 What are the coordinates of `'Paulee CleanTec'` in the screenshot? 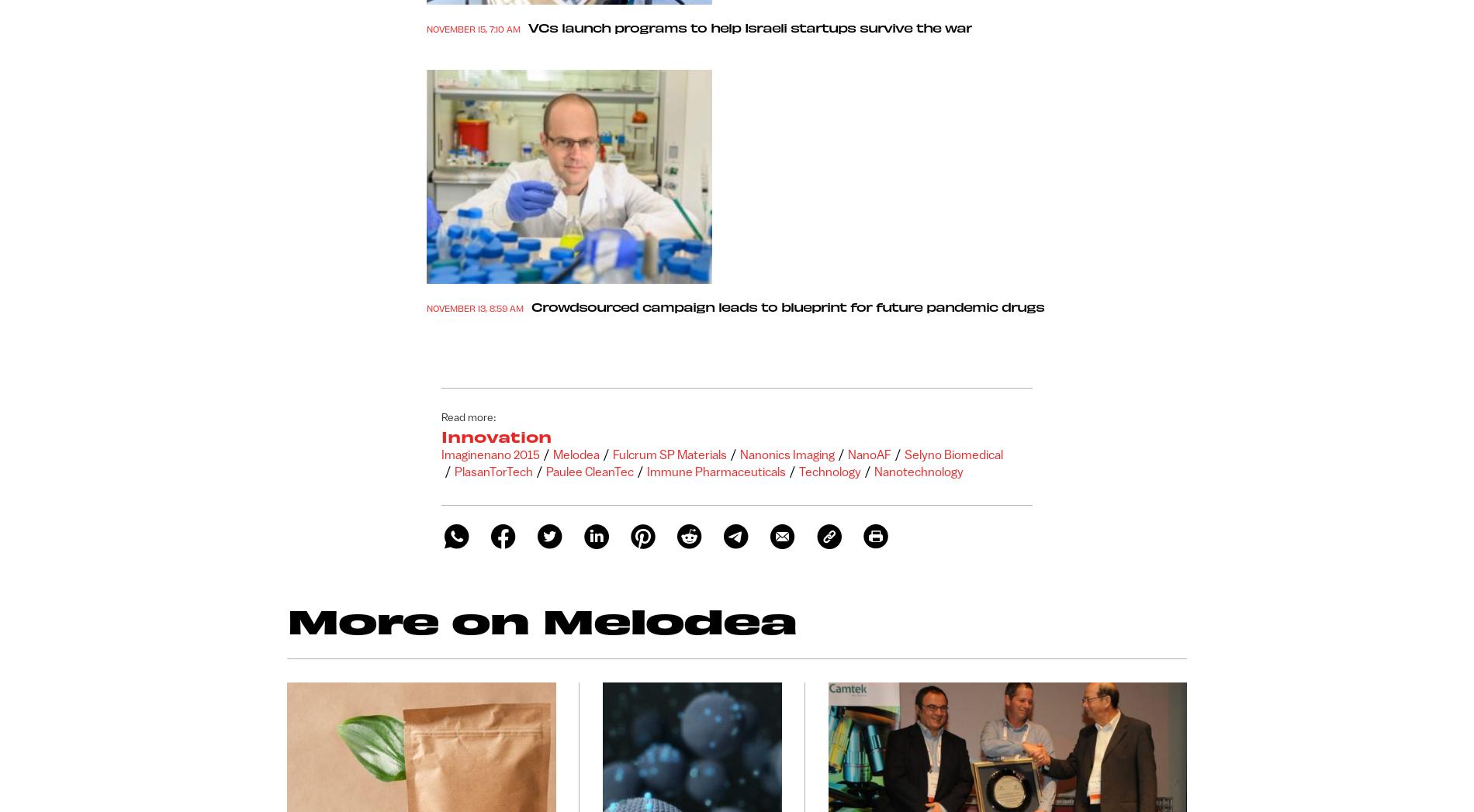 It's located at (589, 472).